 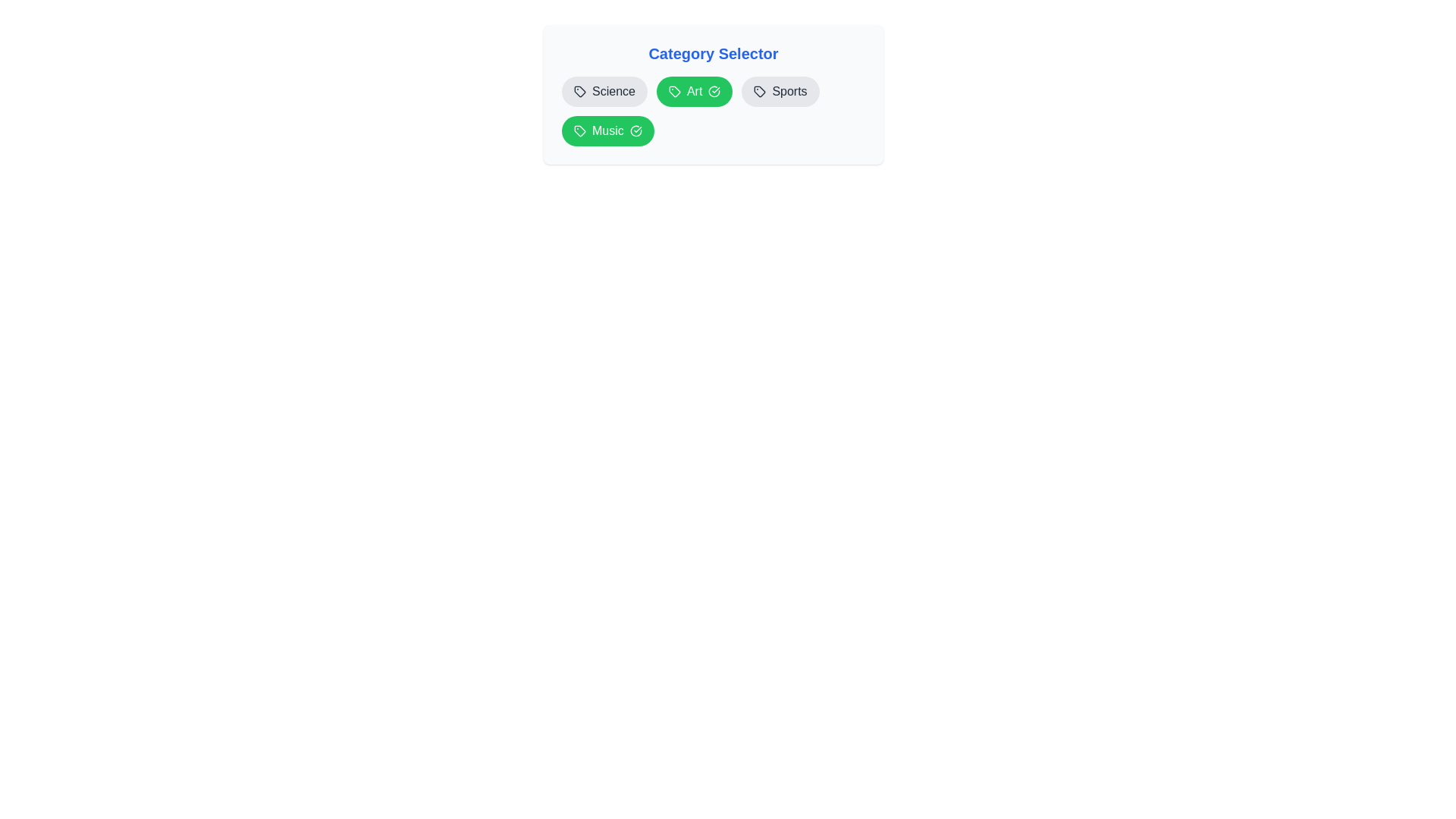 What do you see at coordinates (712, 52) in the screenshot?
I see `the center of the 'Category Selector' header` at bounding box center [712, 52].